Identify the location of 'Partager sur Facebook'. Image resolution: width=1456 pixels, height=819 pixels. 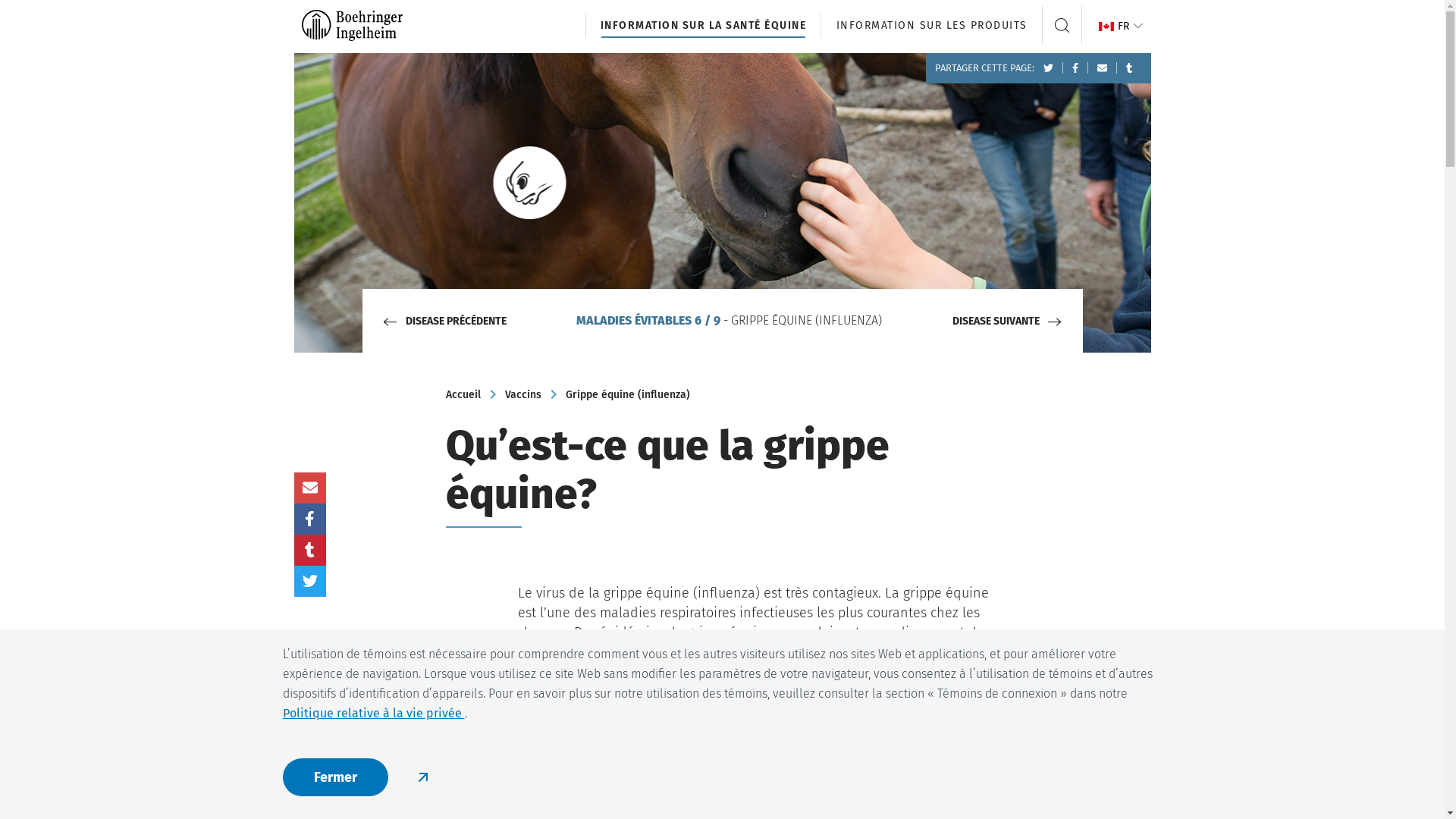
(309, 518).